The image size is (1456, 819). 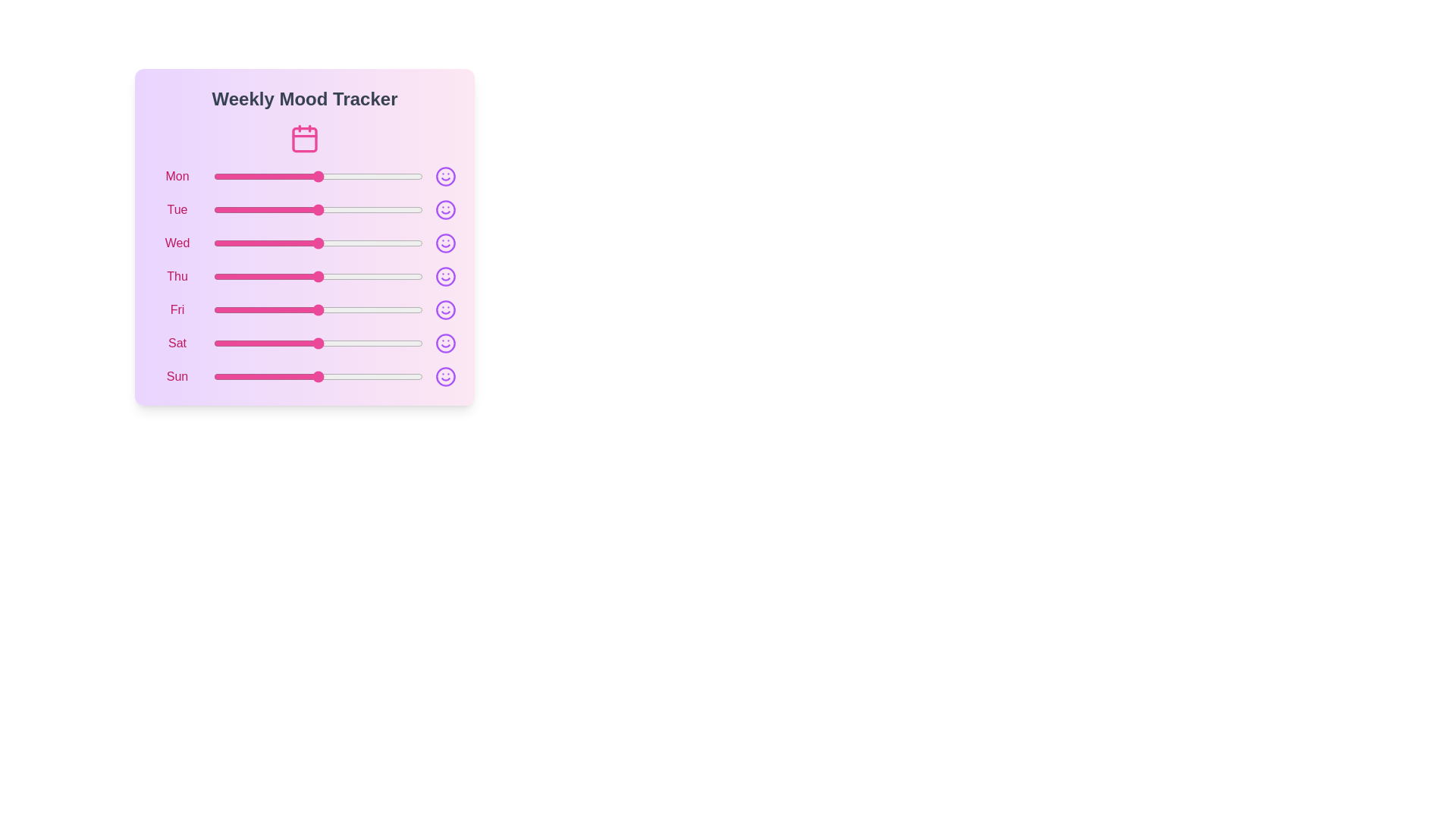 What do you see at coordinates (445, 277) in the screenshot?
I see `the smiley icon corresponding to the day Thu` at bounding box center [445, 277].